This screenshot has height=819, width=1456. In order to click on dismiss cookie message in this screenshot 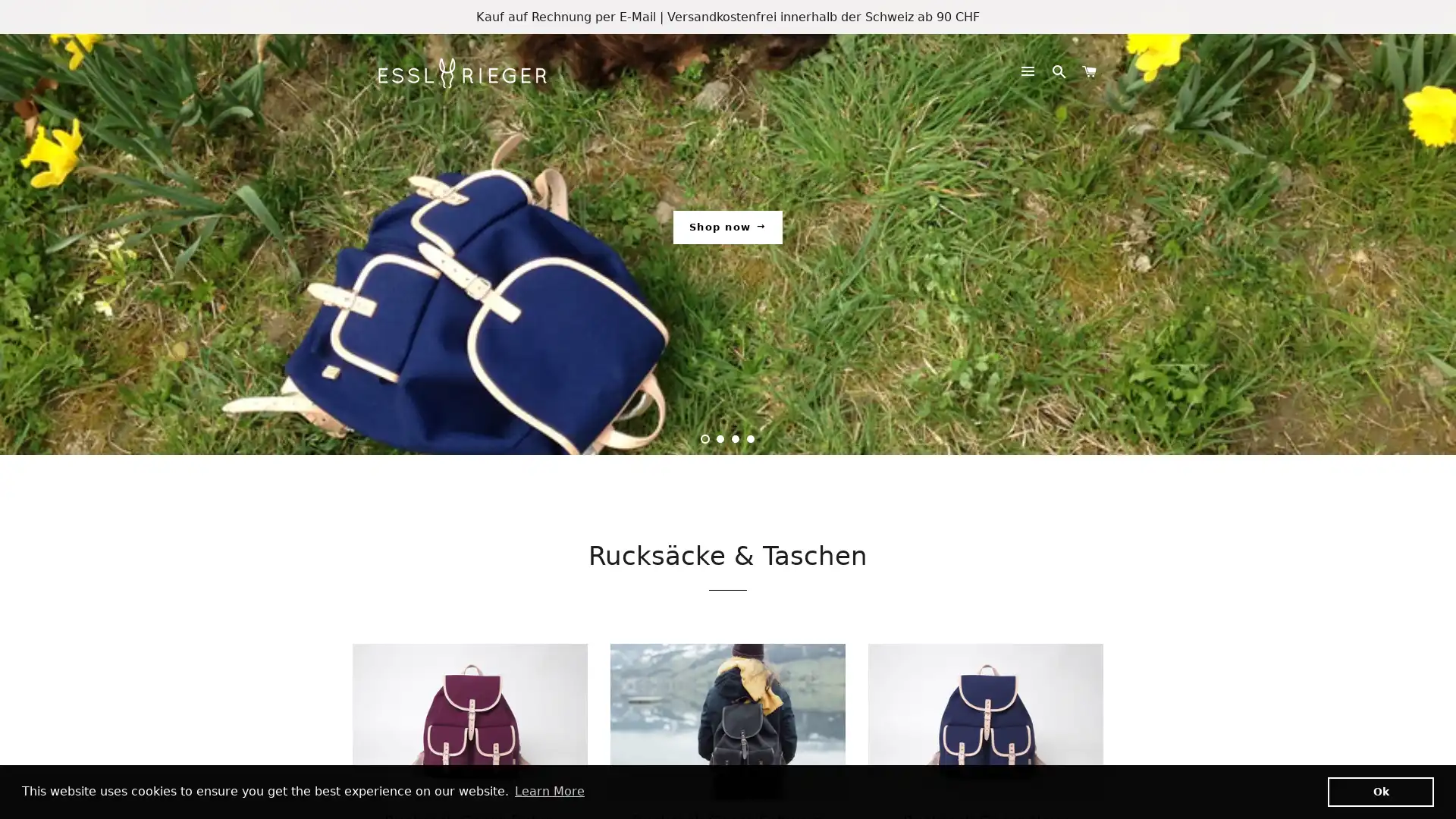, I will do `click(1380, 791)`.